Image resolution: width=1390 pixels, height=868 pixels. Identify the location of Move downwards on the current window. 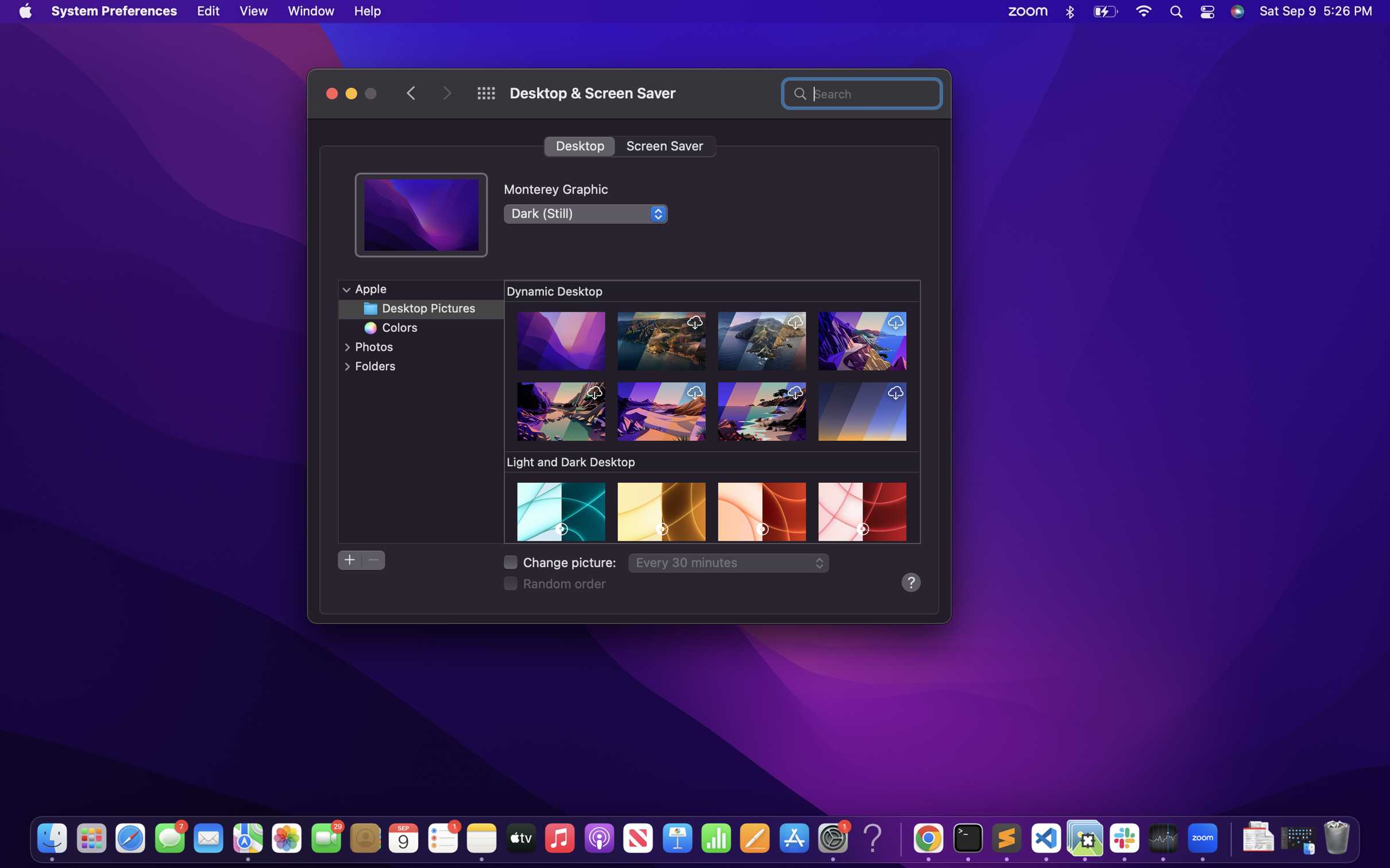
(713, 412).